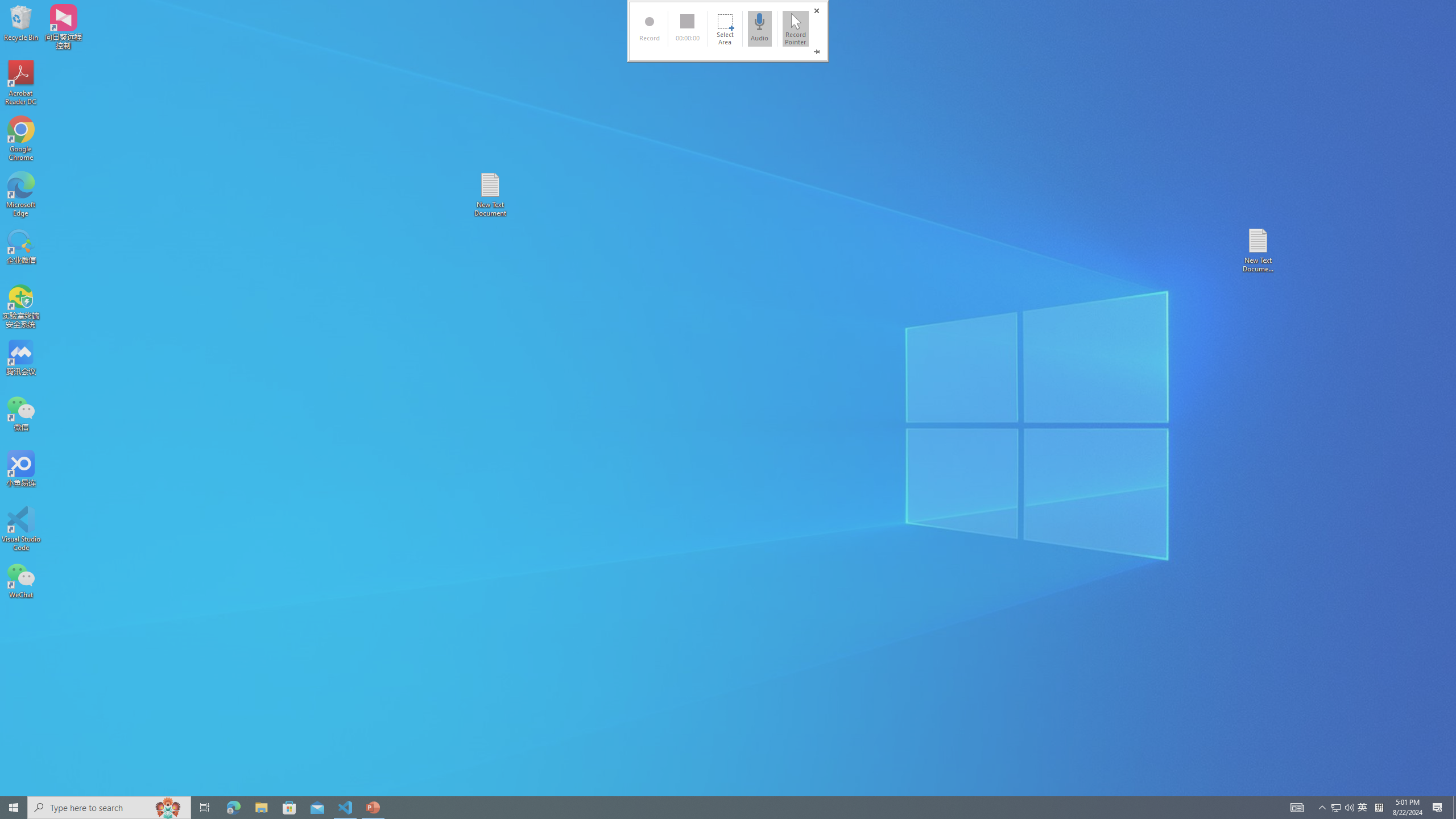  Describe the element at coordinates (686, 28) in the screenshot. I see `'00:00:00'` at that location.